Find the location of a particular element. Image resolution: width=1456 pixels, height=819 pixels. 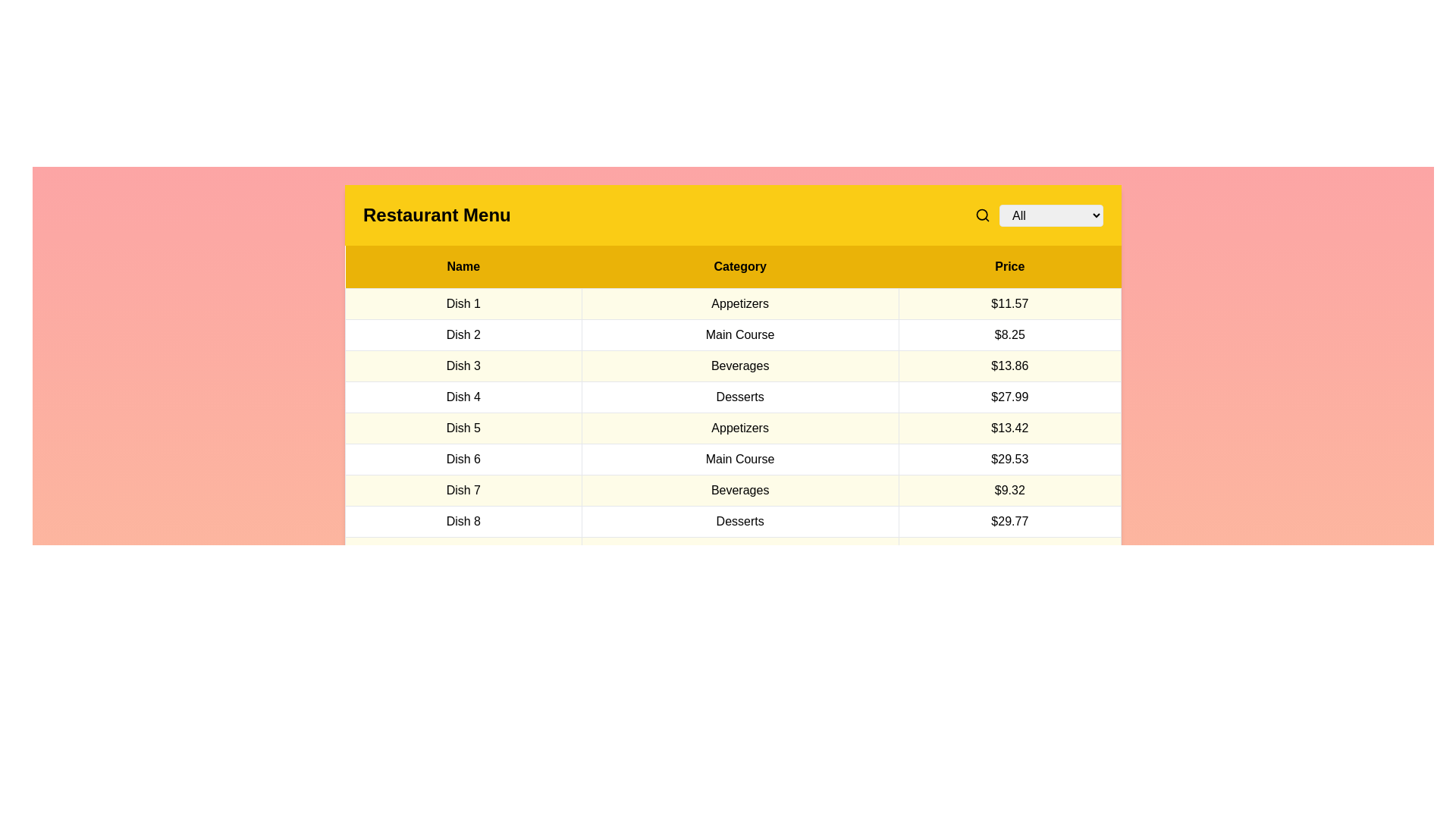

the category Appetizers in the dropdown menu is located at coordinates (1050, 215).